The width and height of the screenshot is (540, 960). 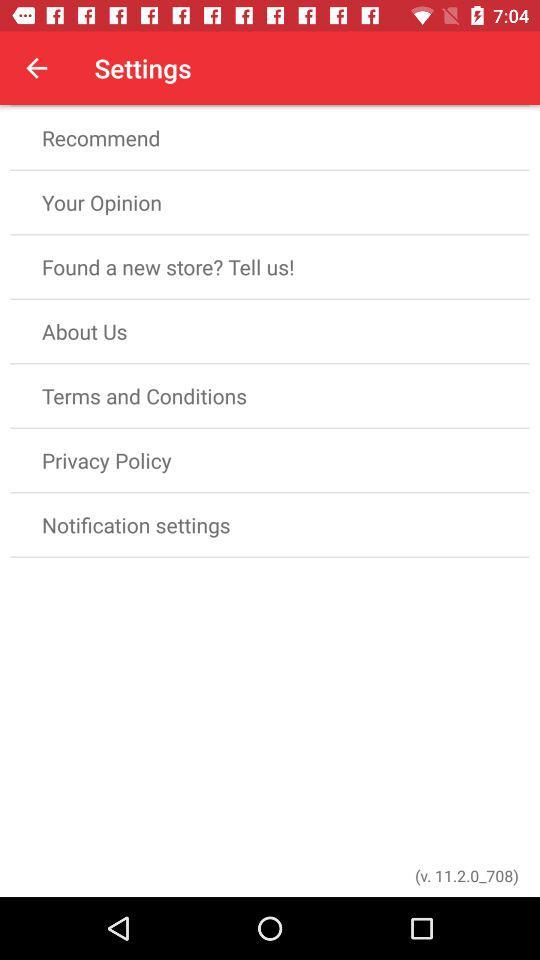 I want to click on the your opinion, so click(x=270, y=202).